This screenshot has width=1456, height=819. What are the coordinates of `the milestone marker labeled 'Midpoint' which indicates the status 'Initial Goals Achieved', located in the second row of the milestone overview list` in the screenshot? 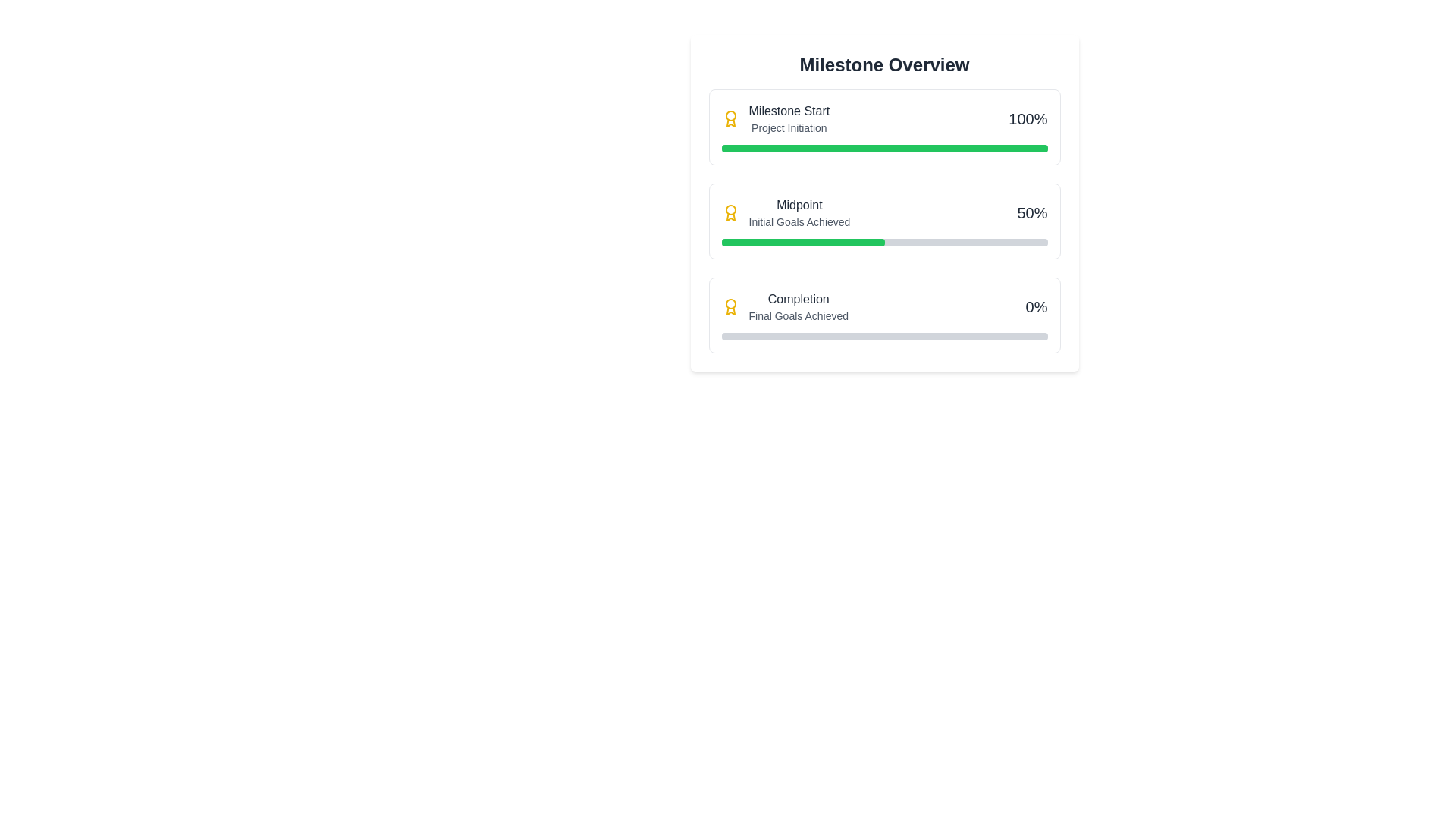 It's located at (786, 213).